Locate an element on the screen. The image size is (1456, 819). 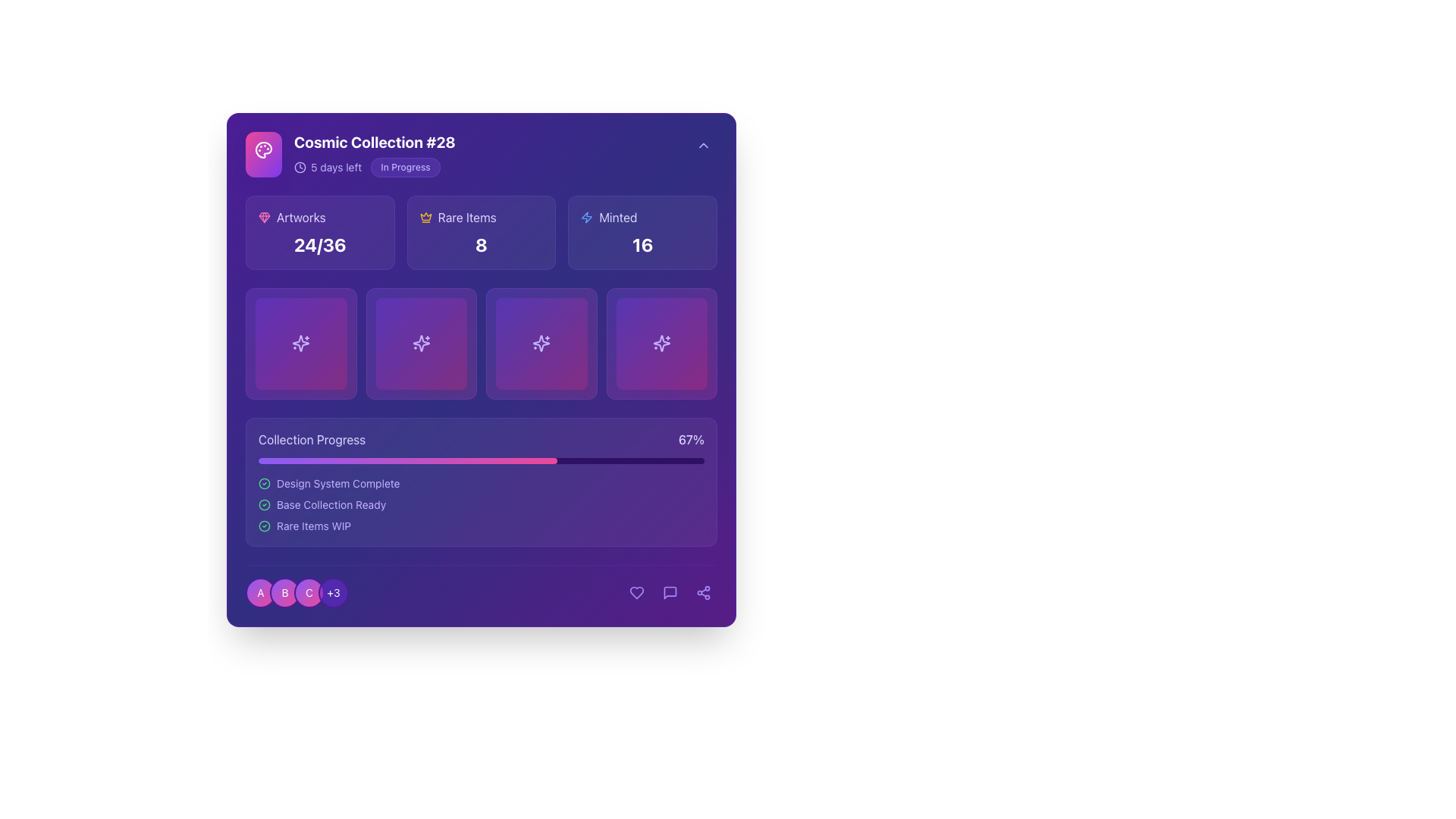
the 'Artworks' text label, which is violet-colored and styled with a lightweight font, located alongside a pink gem icon, to interact with related elements is located at coordinates (301, 217).